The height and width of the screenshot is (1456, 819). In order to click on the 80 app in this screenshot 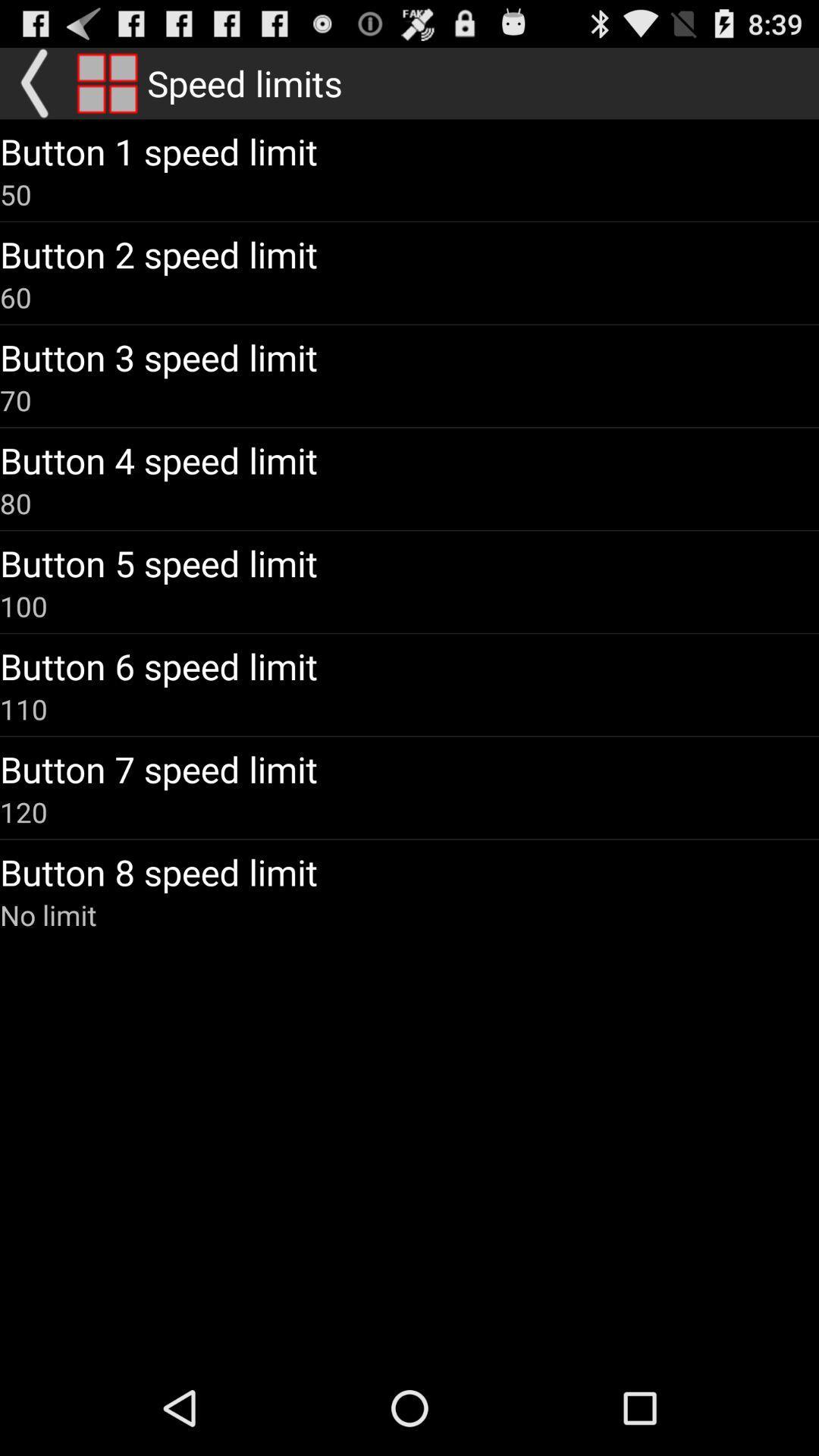, I will do `click(15, 503)`.